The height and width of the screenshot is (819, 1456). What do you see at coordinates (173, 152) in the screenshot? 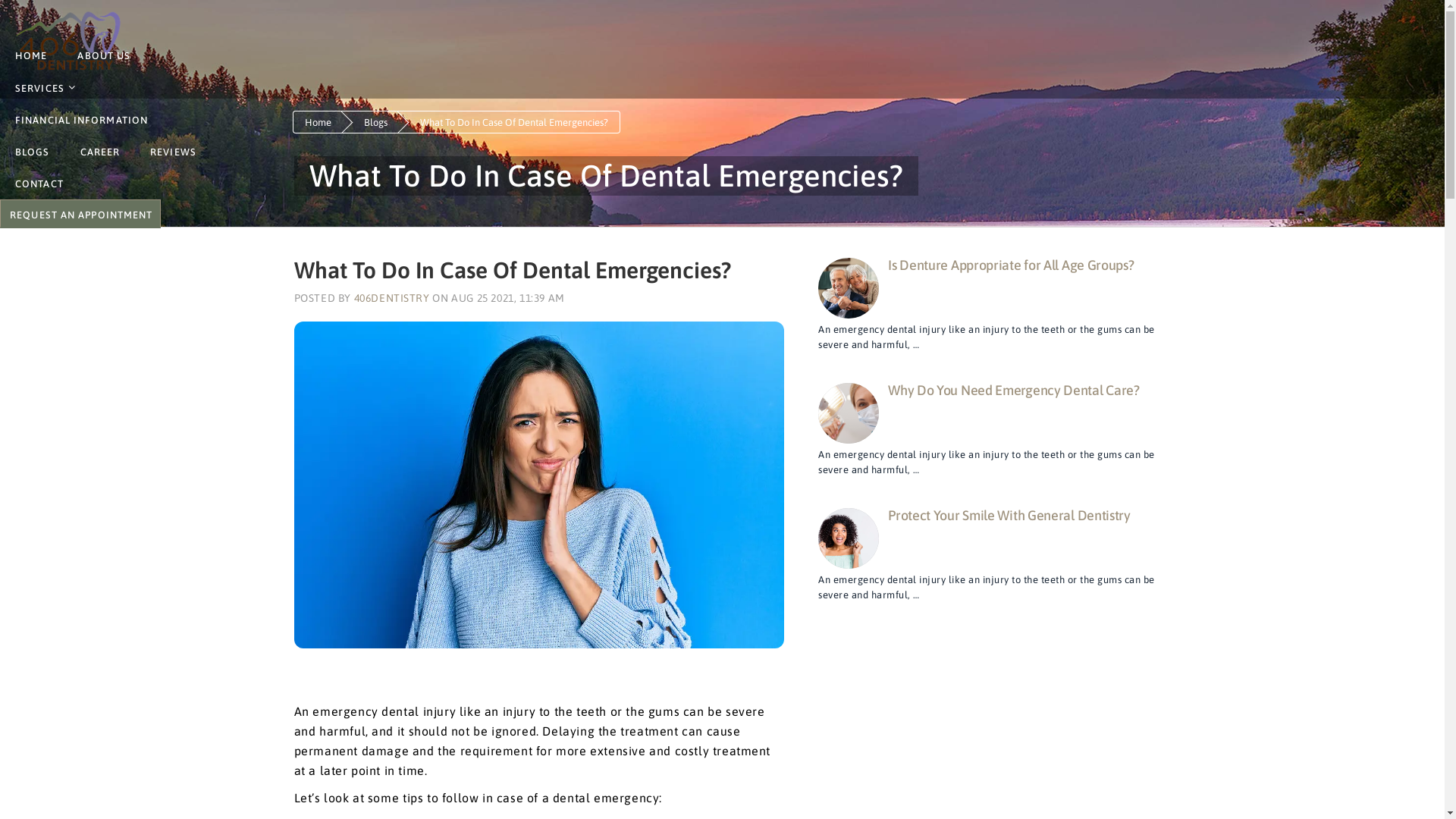
I see `'REVIEWS'` at bounding box center [173, 152].